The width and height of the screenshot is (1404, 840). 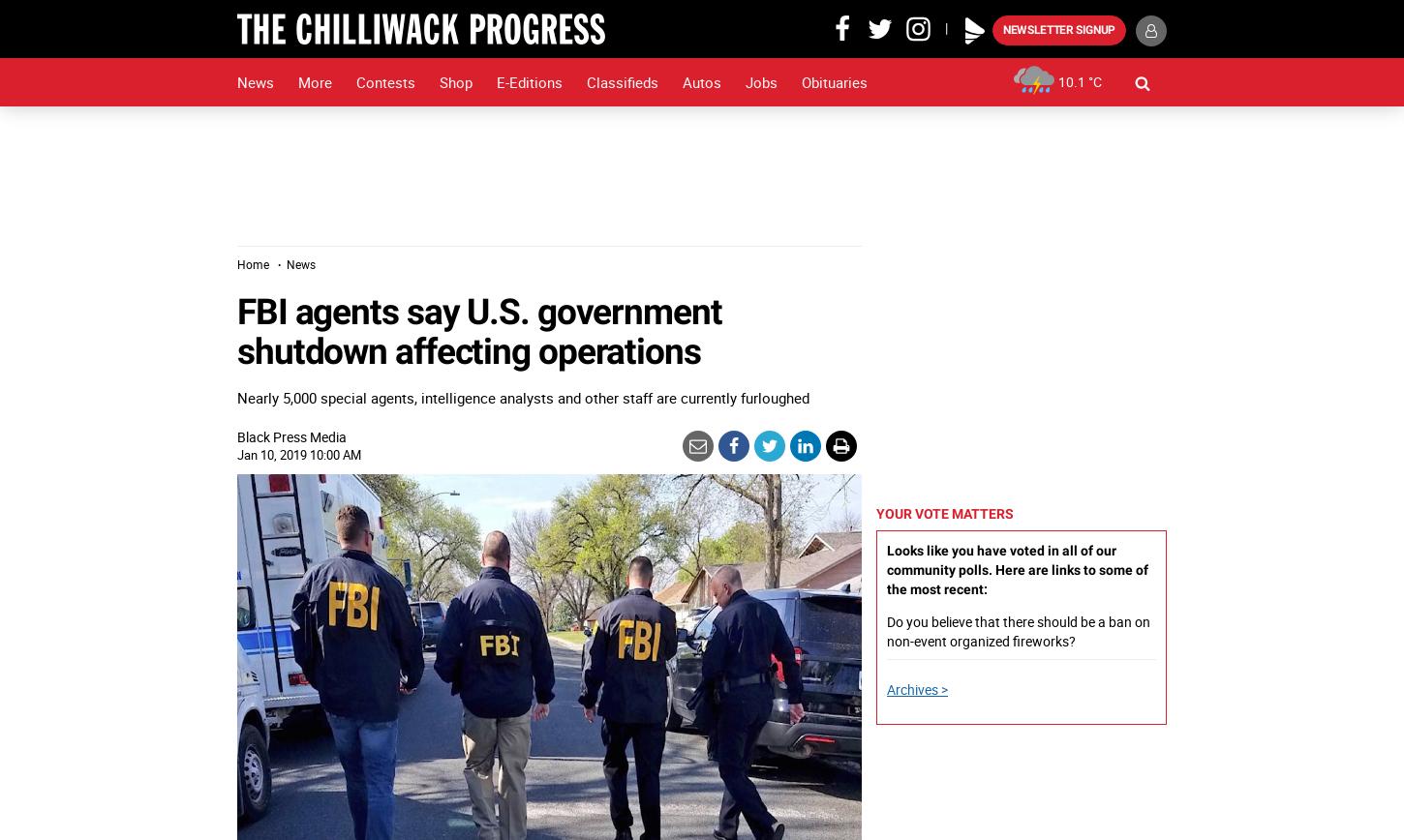 I want to click on 'Looks like you have voted in all of our community polls. Here are links to some of the most recent:', so click(x=885, y=570).